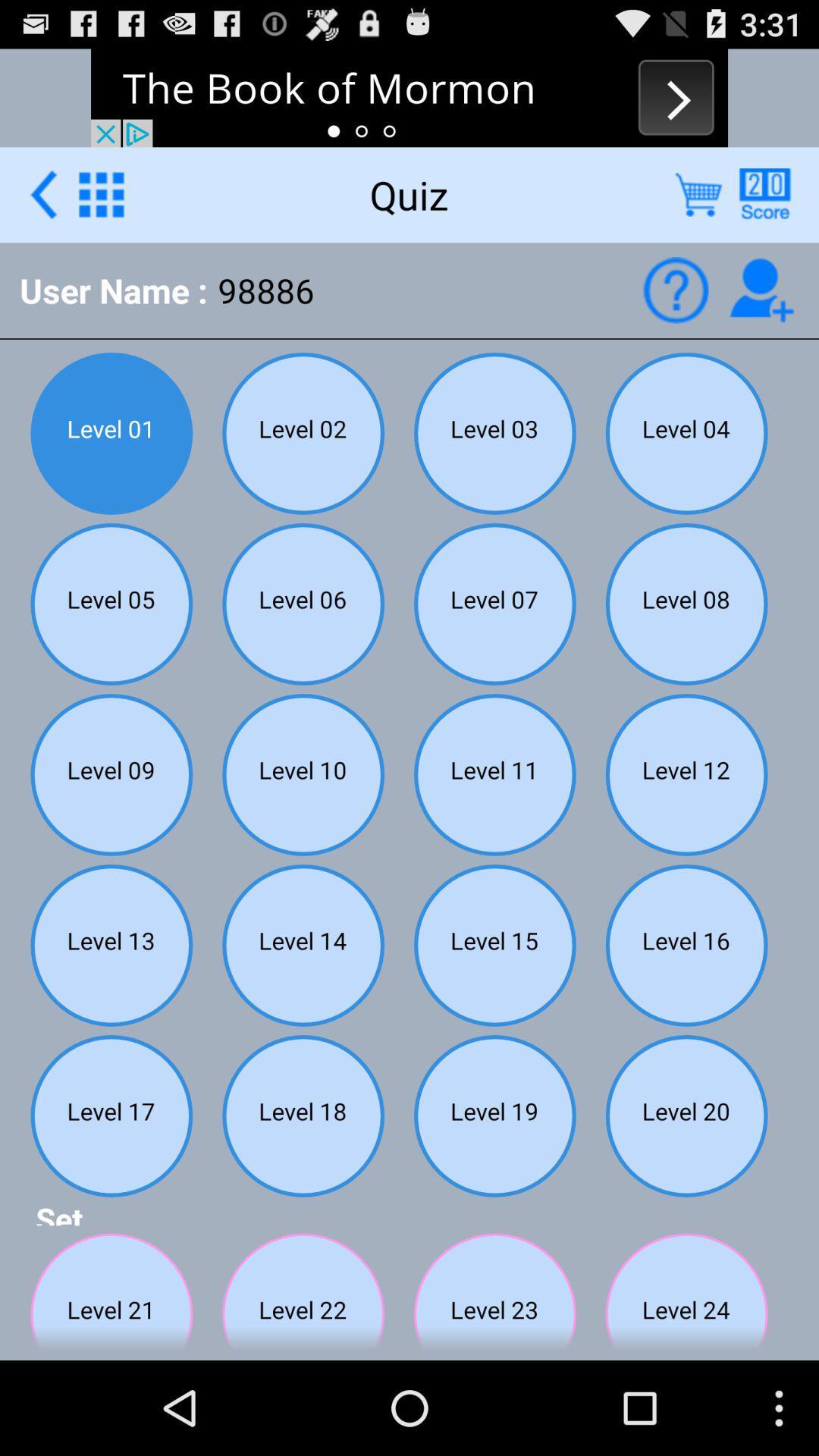 The width and height of the screenshot is (819, 1456). Describe the element at coordinates (674, 290) in the screenshot. I see `click help button` at that location.